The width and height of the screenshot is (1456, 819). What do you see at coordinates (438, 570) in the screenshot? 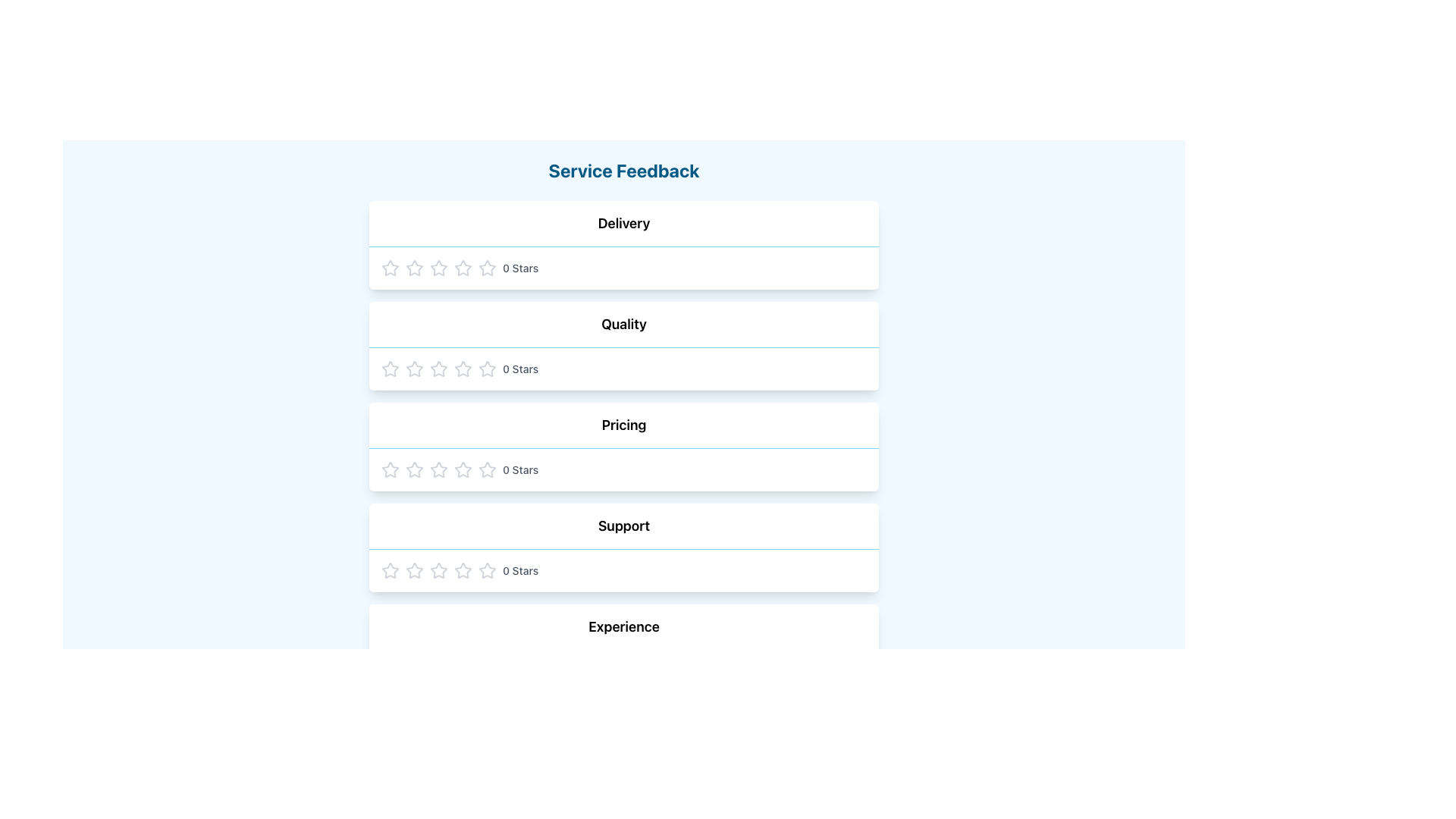
I see `the first star in the Support rating section for visual feedback indicating interactivity` at bounding box center [438, 570].